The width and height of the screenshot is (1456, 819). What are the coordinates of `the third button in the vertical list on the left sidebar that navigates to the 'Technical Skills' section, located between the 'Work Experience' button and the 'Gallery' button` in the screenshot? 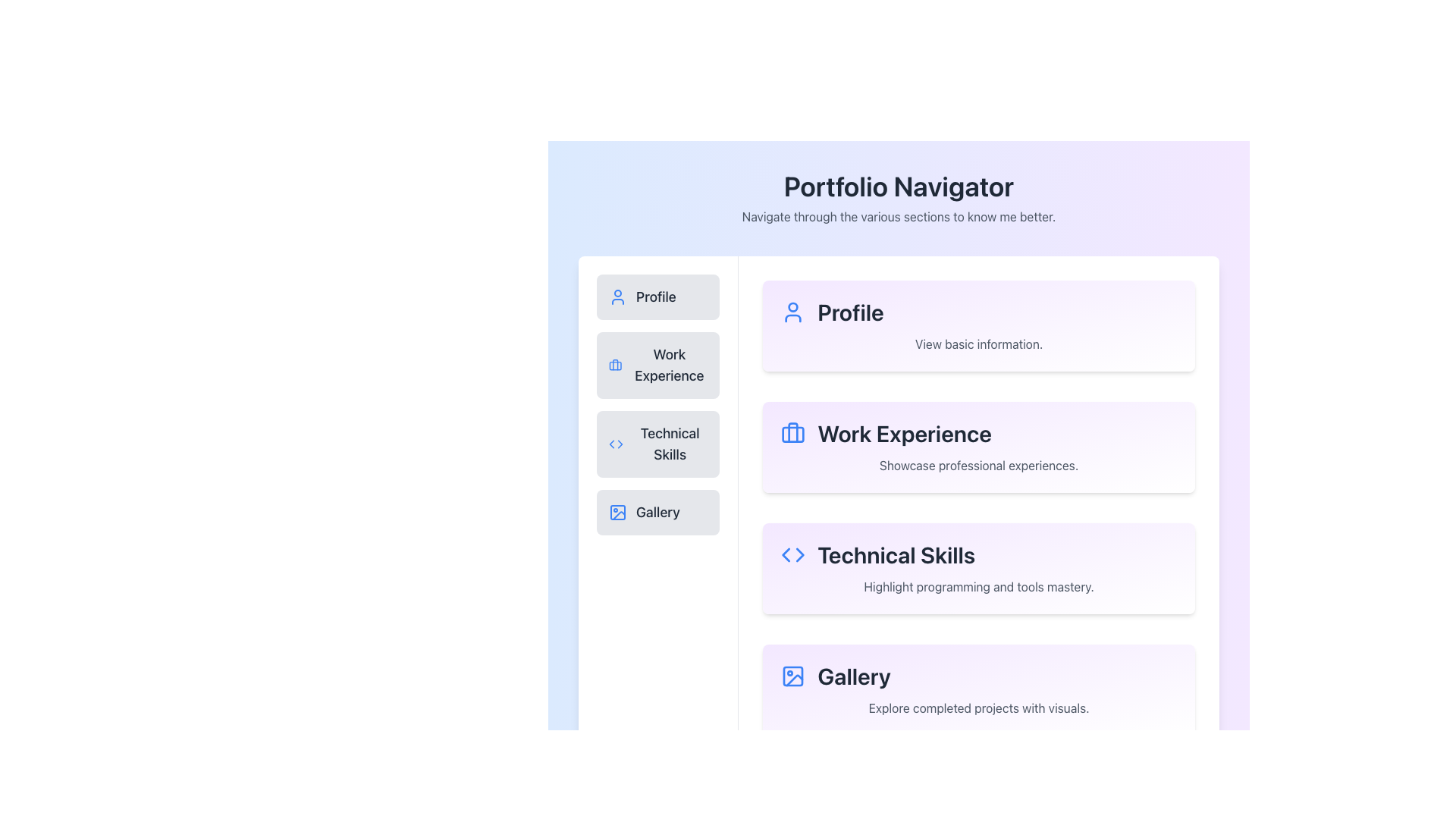 It's located at (658, 444).